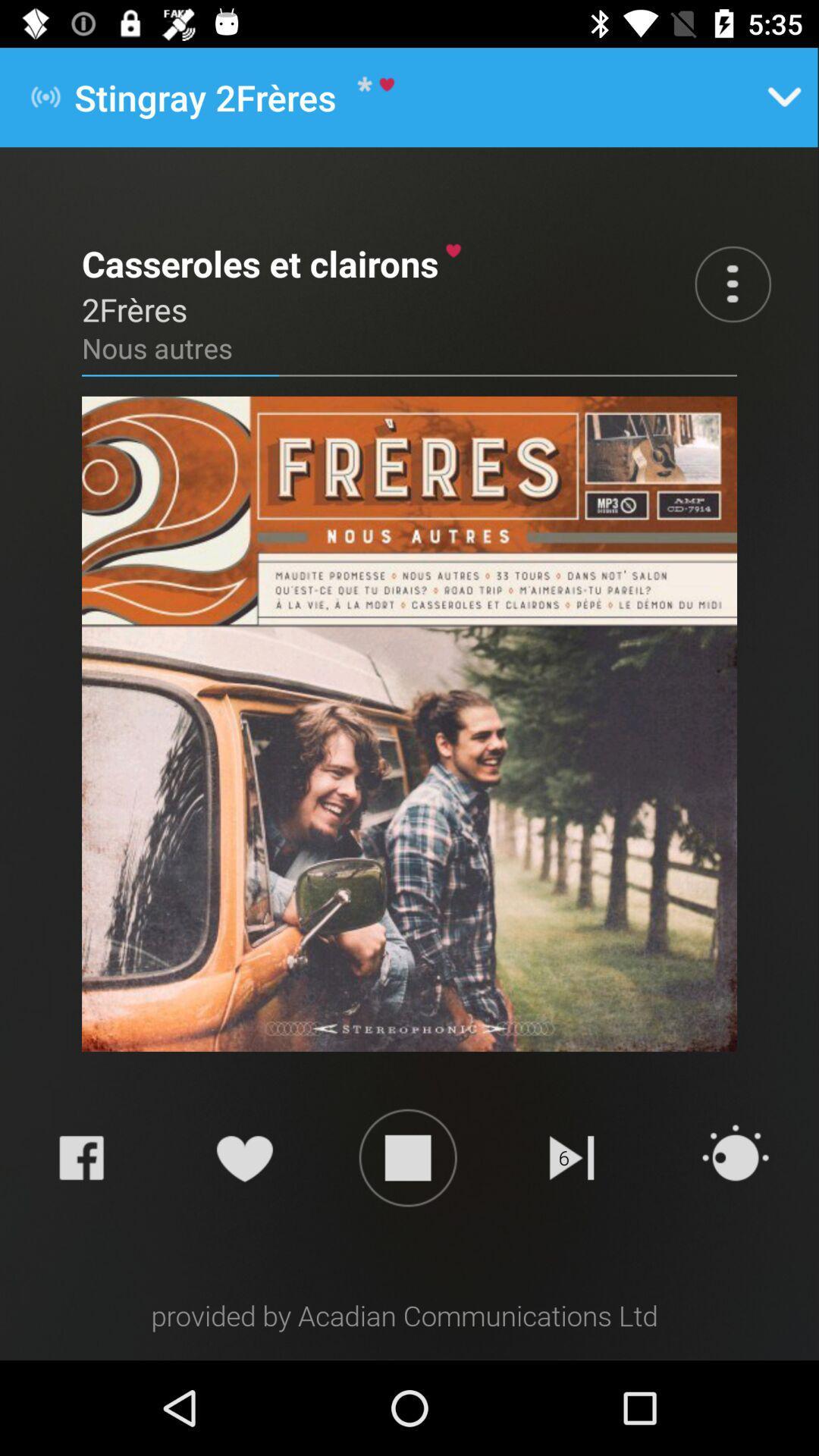  What do you see at coordinates (732, 284) in the screenshot?
I see `the more icon` at bounding box center [732, 284].